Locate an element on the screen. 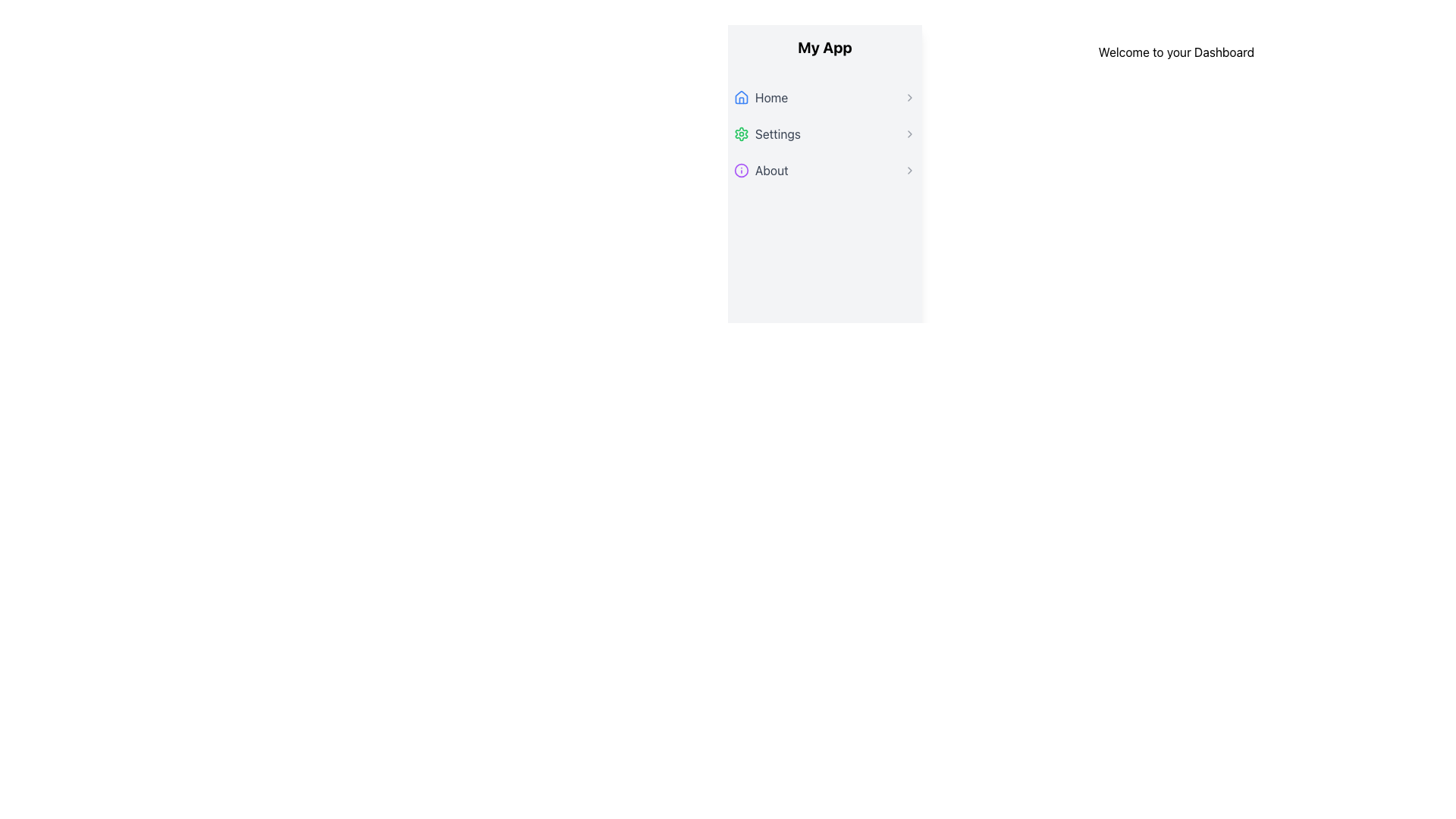 This screenshot has width=1456, height=819. the 'Home' text label in the vertical navigation menu next to the blue house icon is located at coordinates (771, 97).